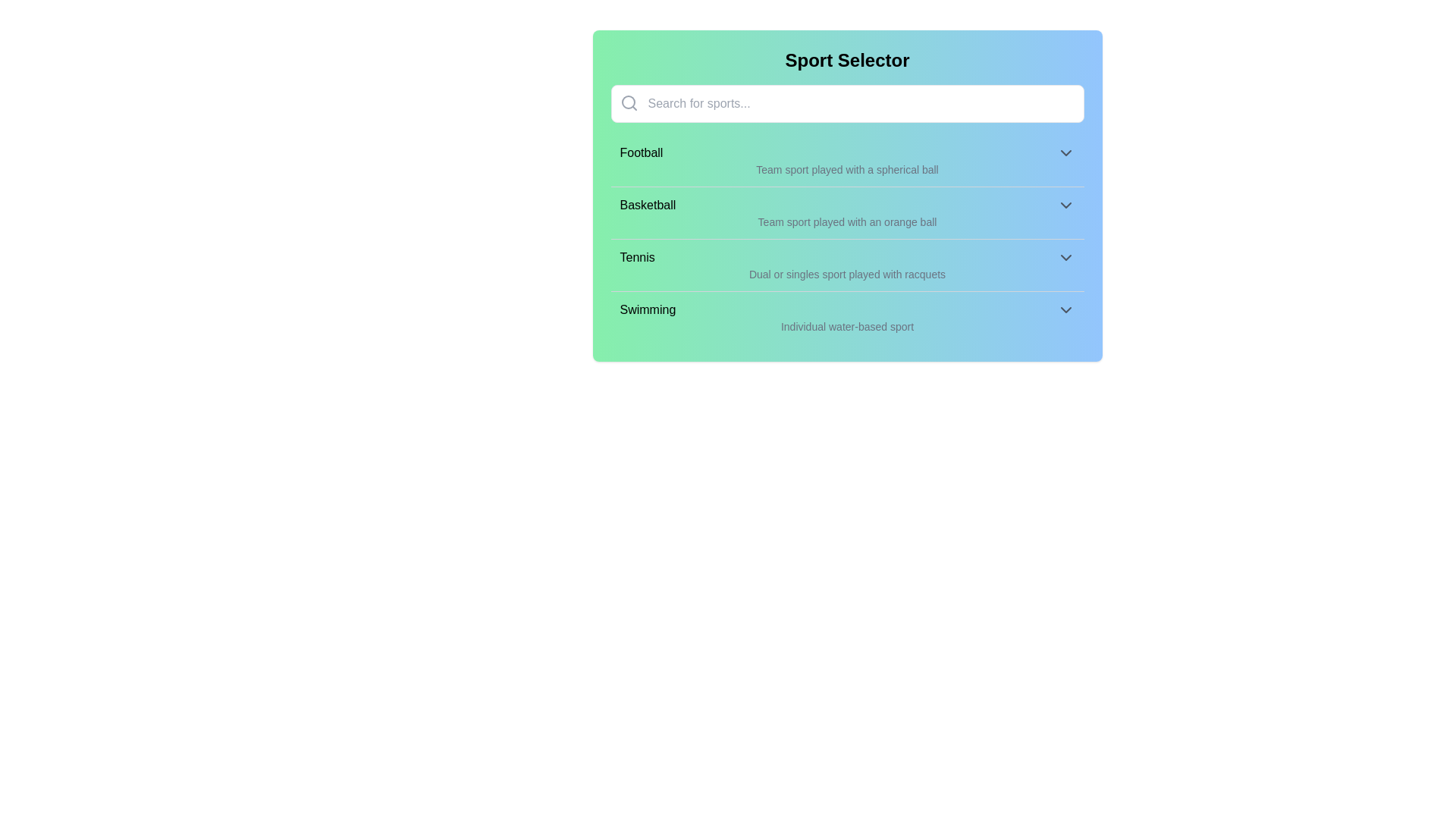 Image resolution: width=1456 pixels, height=819 pixels. Describe the element at coordinates (846, 169) in the screenshot. I see `the static text label displaying 'Team sport played with a spherical ball', which is located directly below the 'Football' title in the Sport Selector interface` at that location.